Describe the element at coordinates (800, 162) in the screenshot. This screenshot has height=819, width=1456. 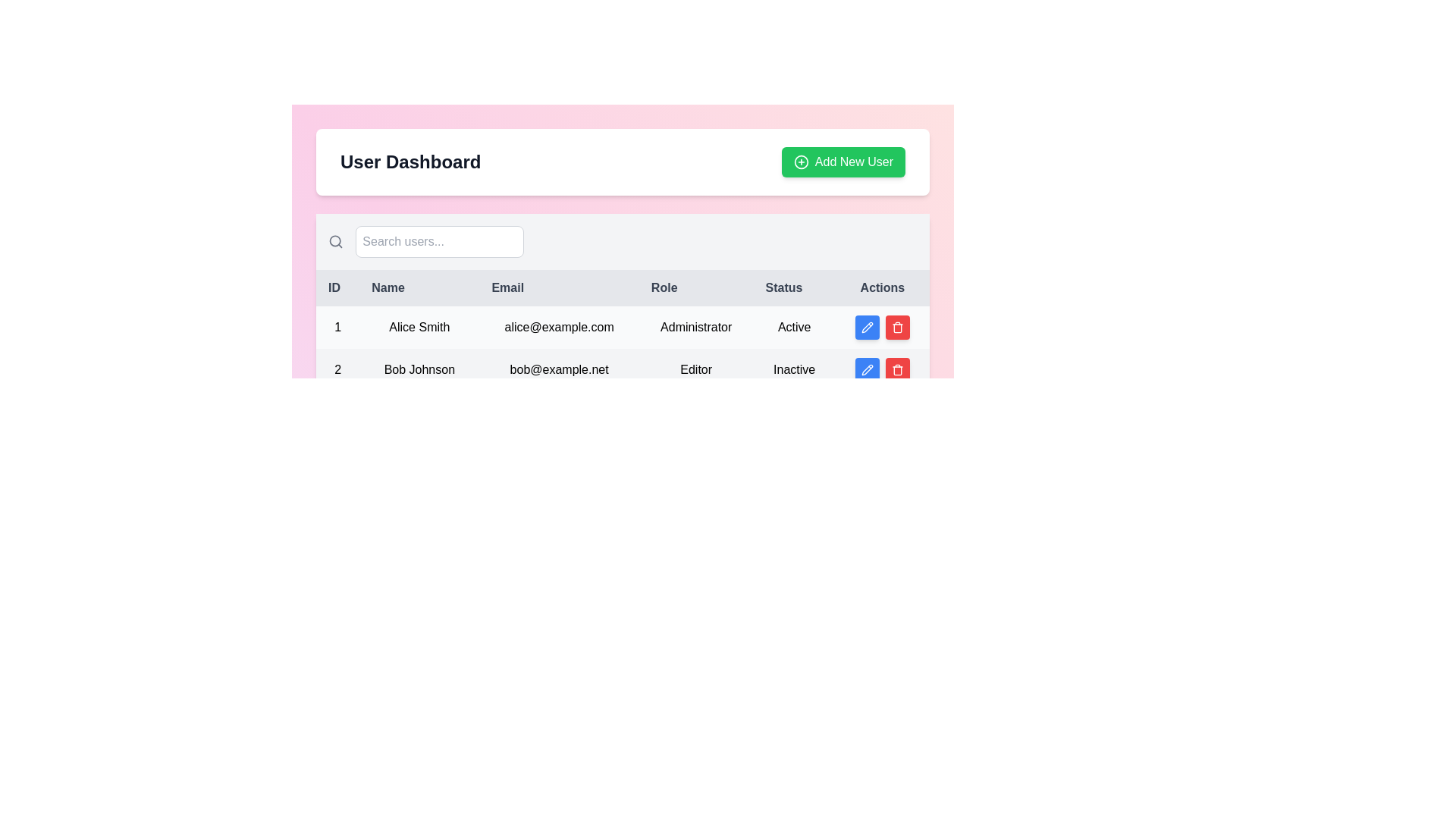
I see `the circular icon with a plus symbol inside it, which is part of the 'Add New User' button with a green background` at that location.